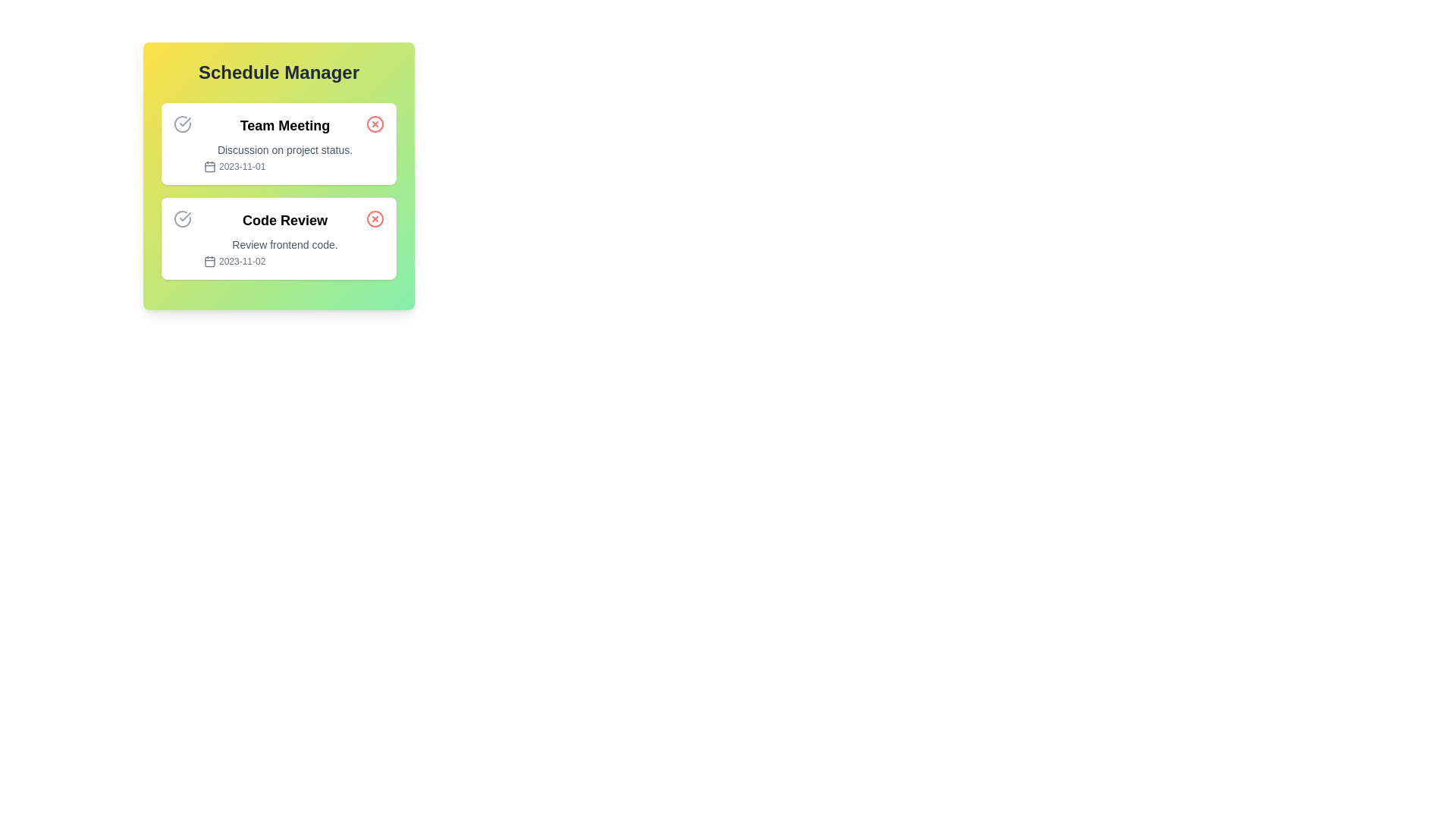  What do you see at coordinates (375, 124) in the screenshot?
I see `the red delete button located at the top-right corner of the 'Team Meeting' card in the Schedule Manager interface to change its appearance` at bounding box center [375, 124].